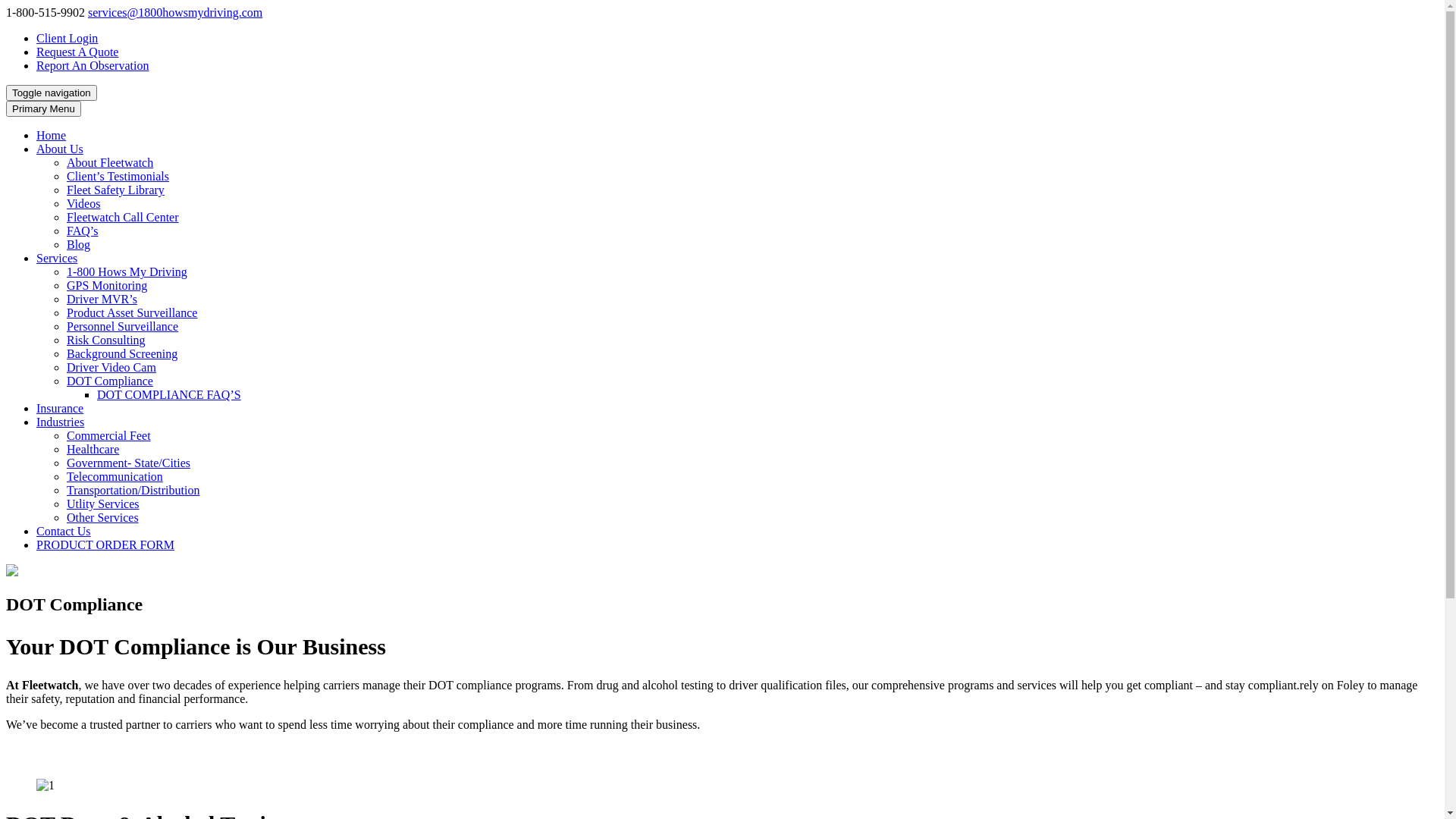 The height and width of the screenshot is (819, 1456). Describe the element at coordinates (65, 516) in the screenshot. I see `'Other Services'` at that location.